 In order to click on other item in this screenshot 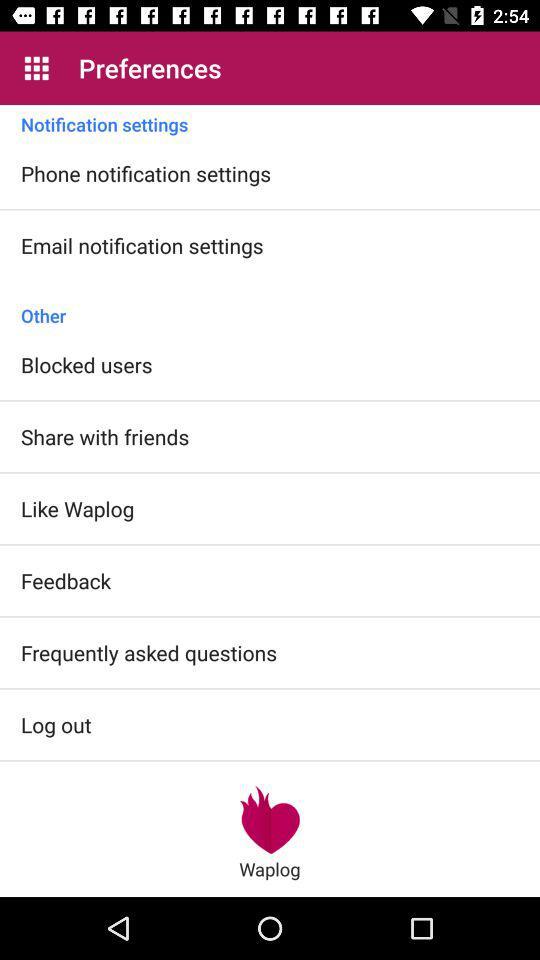, I will do `click(270, 305)`.